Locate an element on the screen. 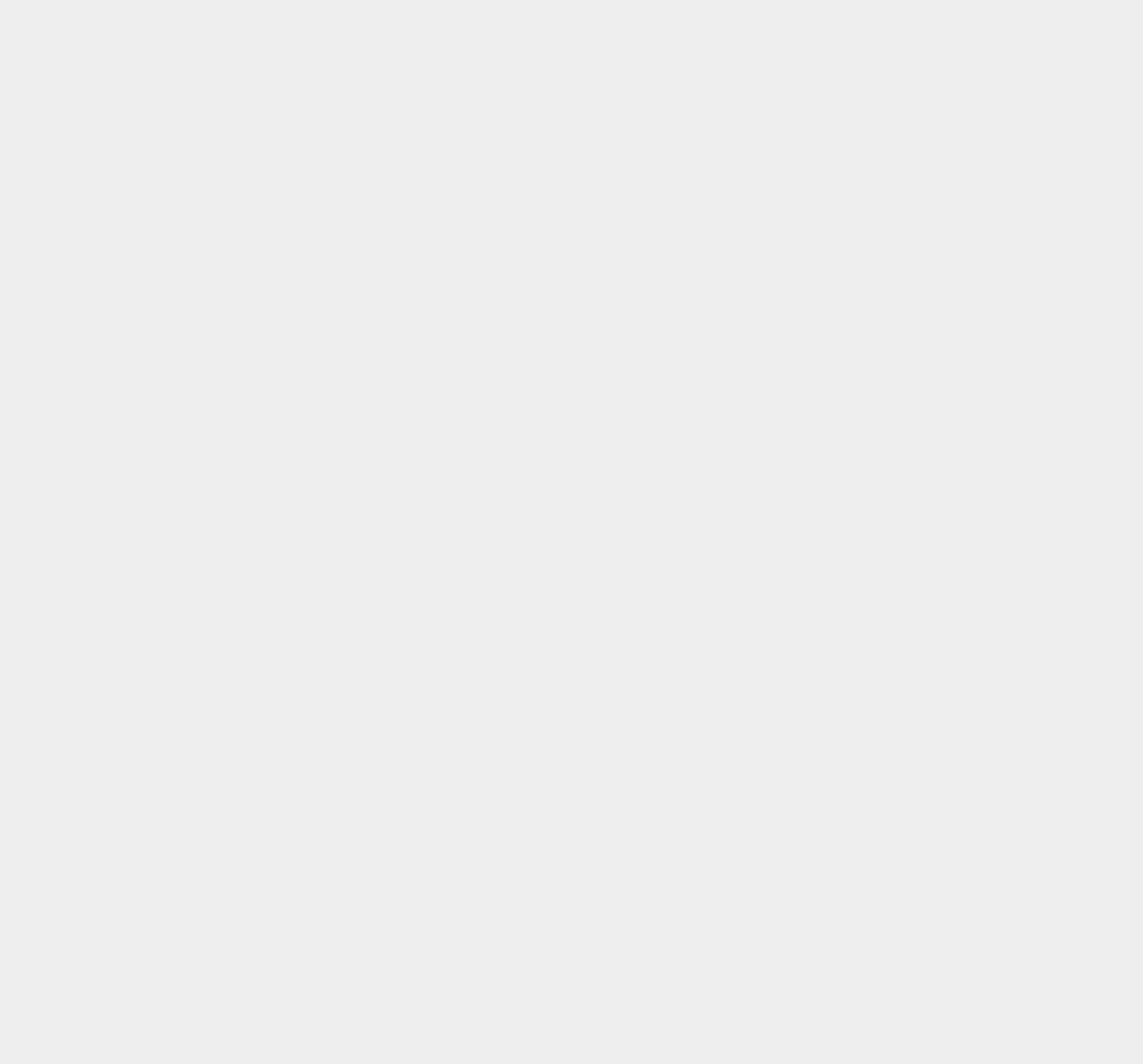  'Notebook' is located at coordinates (837, 898).